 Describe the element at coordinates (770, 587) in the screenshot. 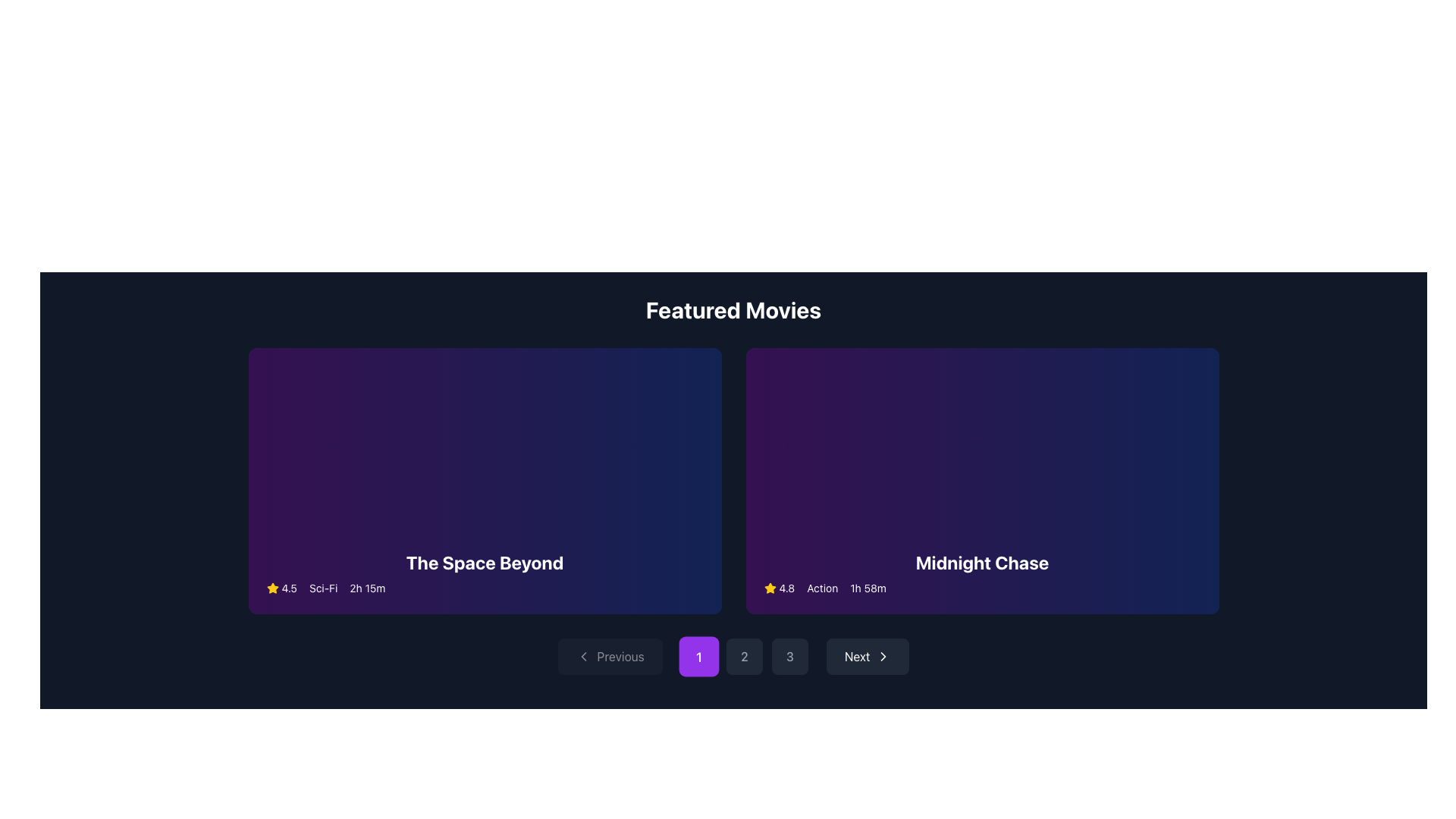

I see `the star-shaped rating icon with a yellow foreground located in the rating section of the 'Midnight Chase' card` at that location.